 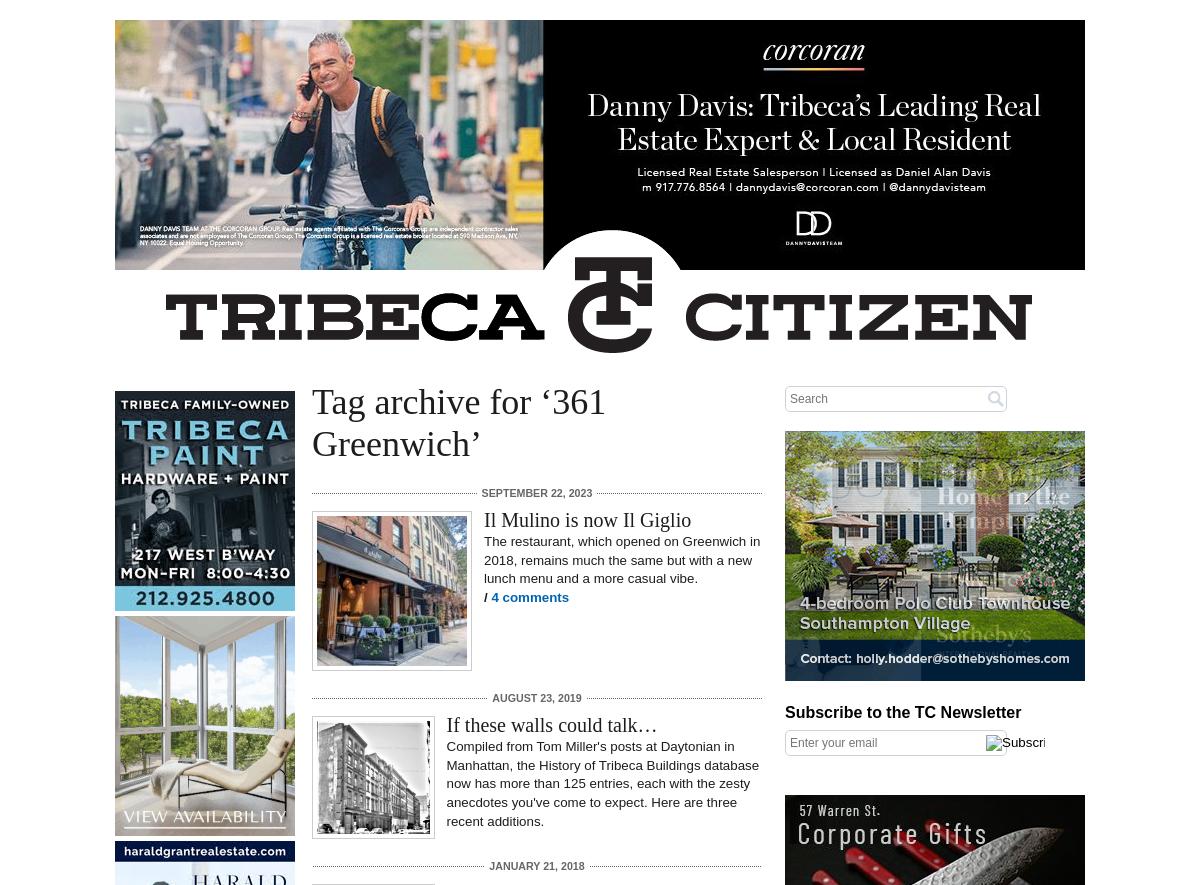 I want to click on '4 comments', so click(x=529, y=596).